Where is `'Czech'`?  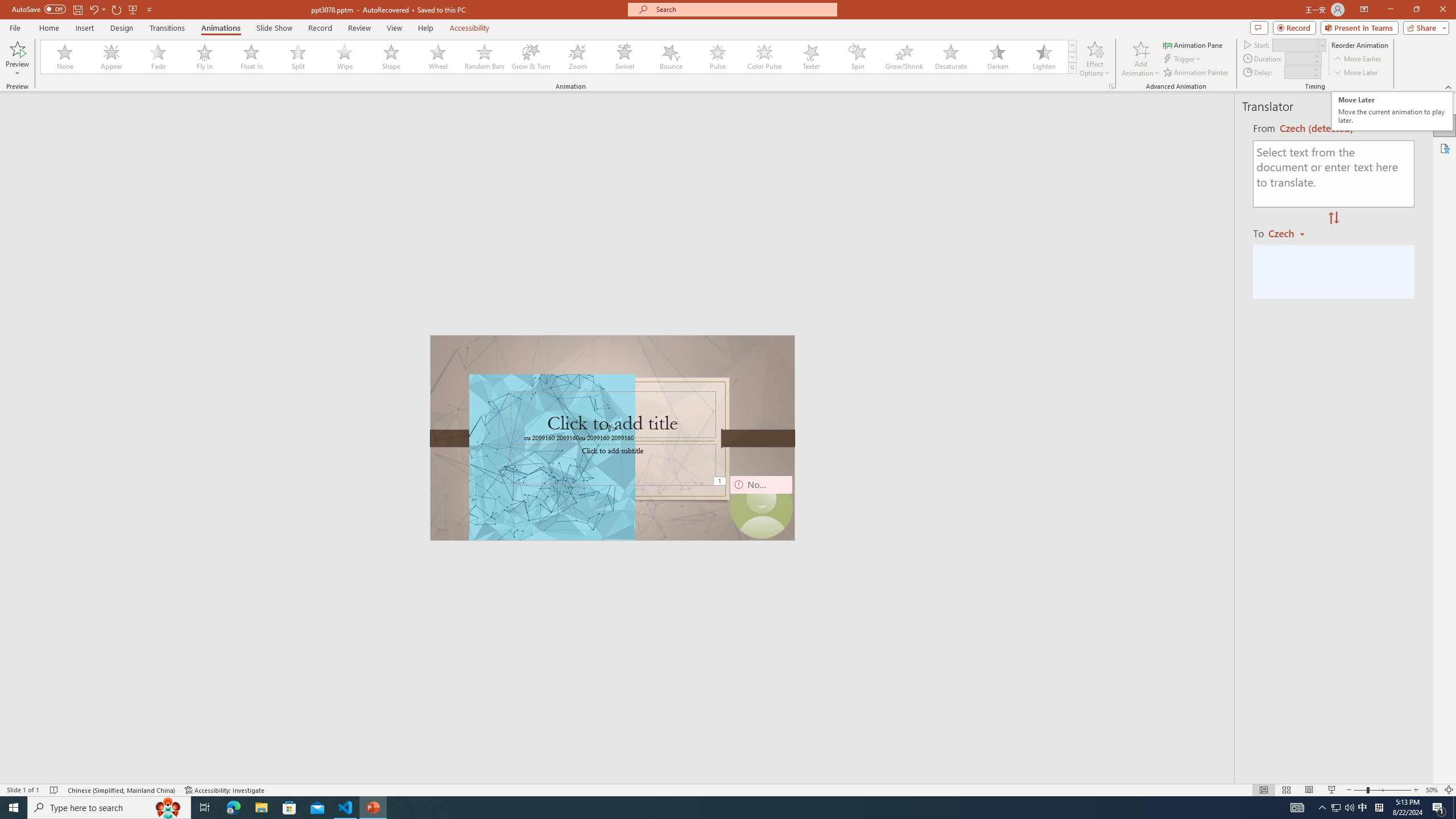 'Czech' is located at coordinates (1291, 233).